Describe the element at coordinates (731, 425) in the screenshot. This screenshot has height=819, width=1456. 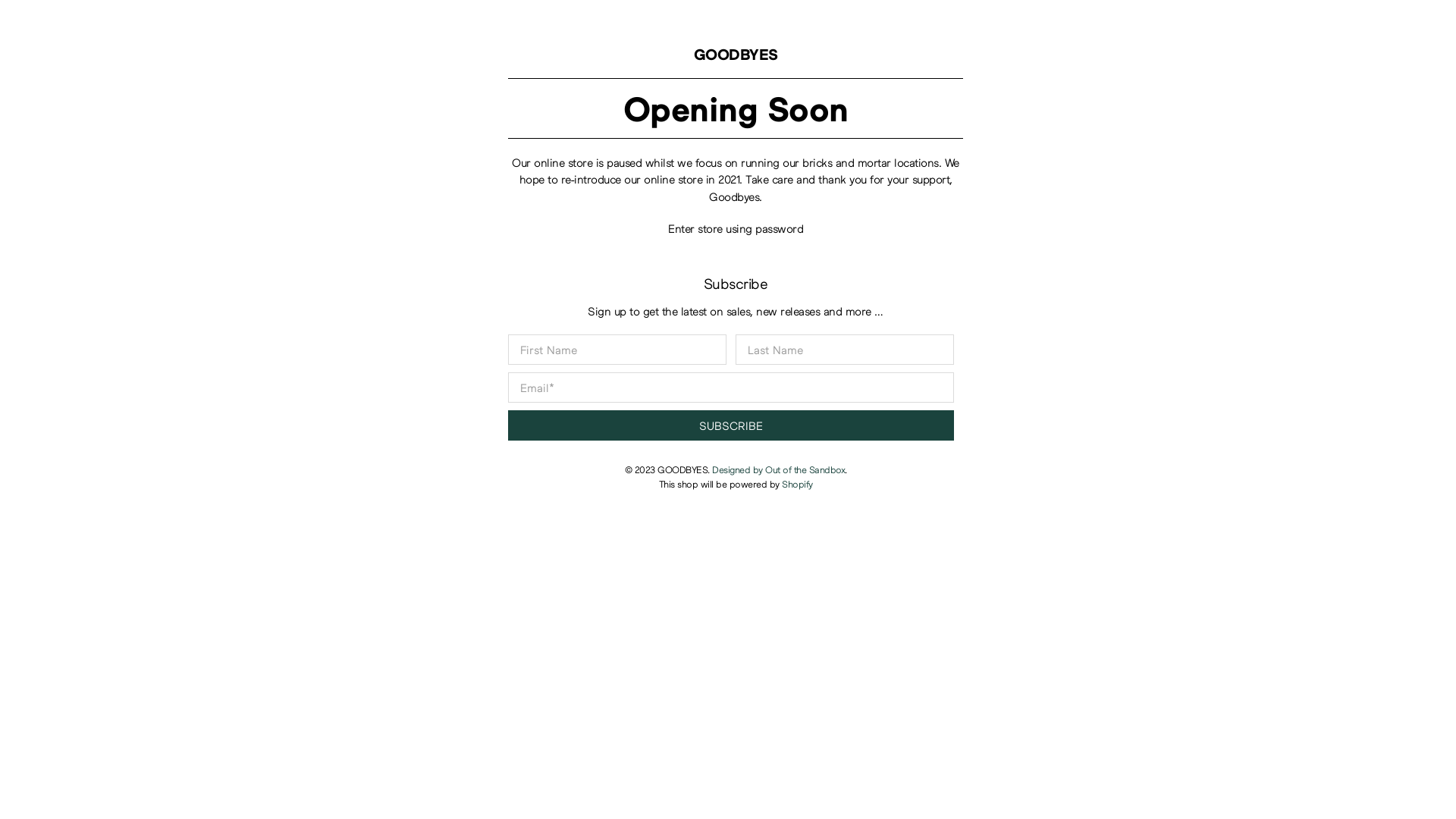
I see `'SUBSCRIBE'` at that location.